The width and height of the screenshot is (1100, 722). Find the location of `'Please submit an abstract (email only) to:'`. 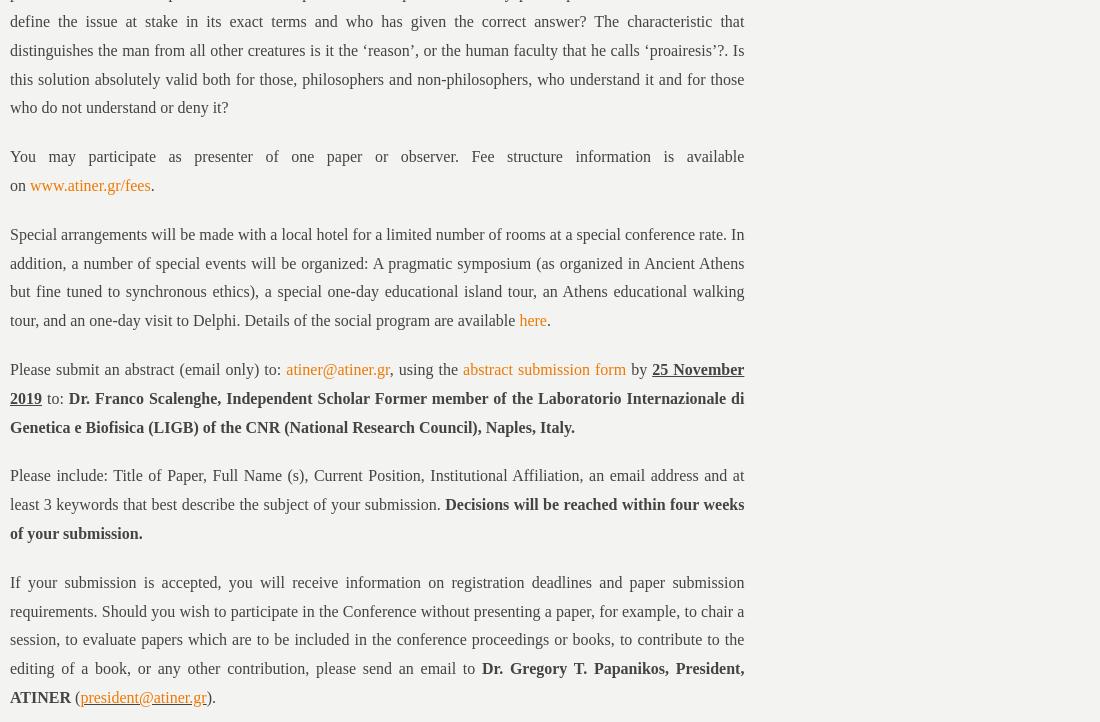

'Please submit an abstract (email only) to:' is located at coordinates (146, 368).